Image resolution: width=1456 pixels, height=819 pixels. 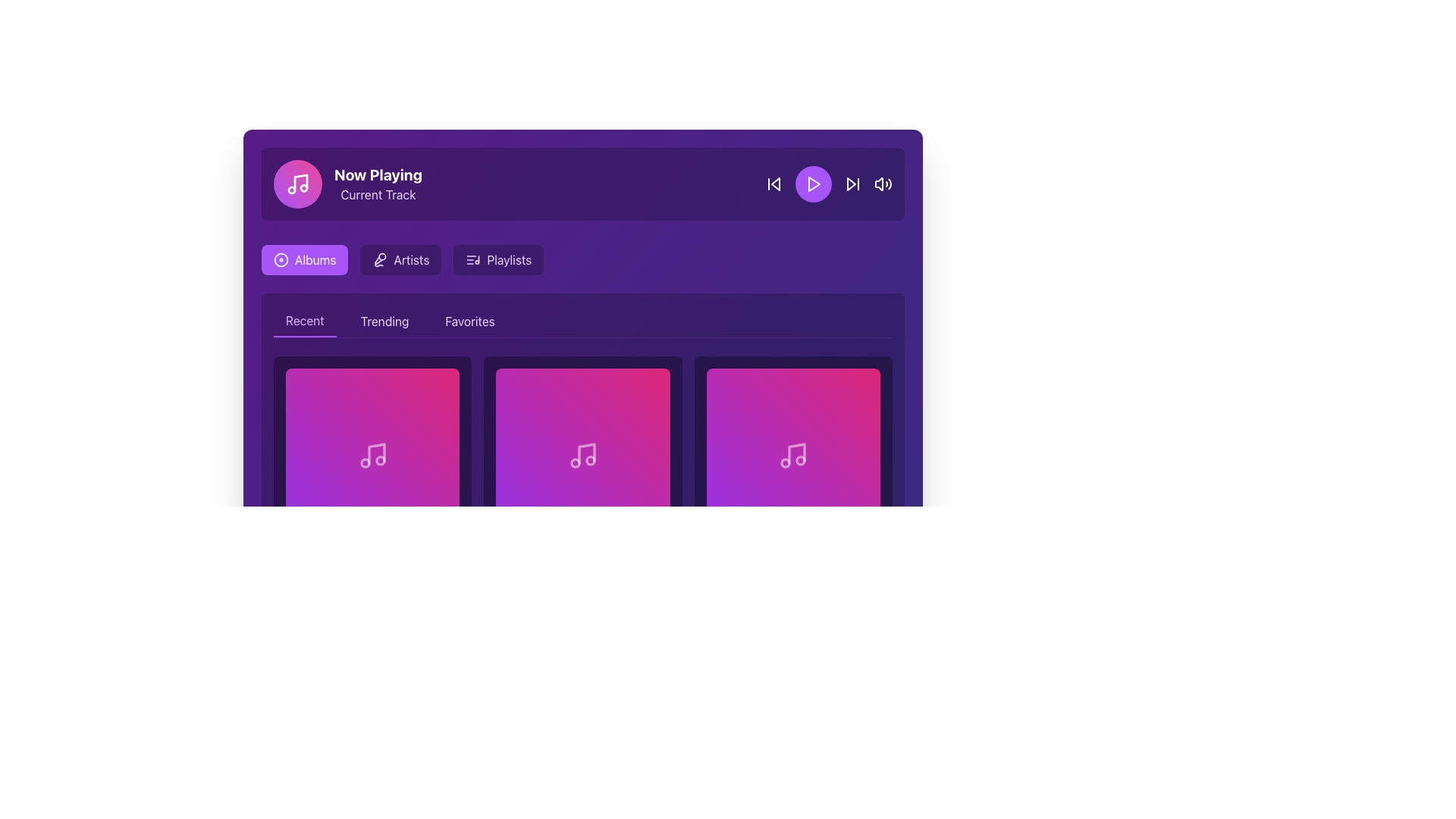 I want to click on the 'Artists' text label within the button group, so click(x=411, y=259).